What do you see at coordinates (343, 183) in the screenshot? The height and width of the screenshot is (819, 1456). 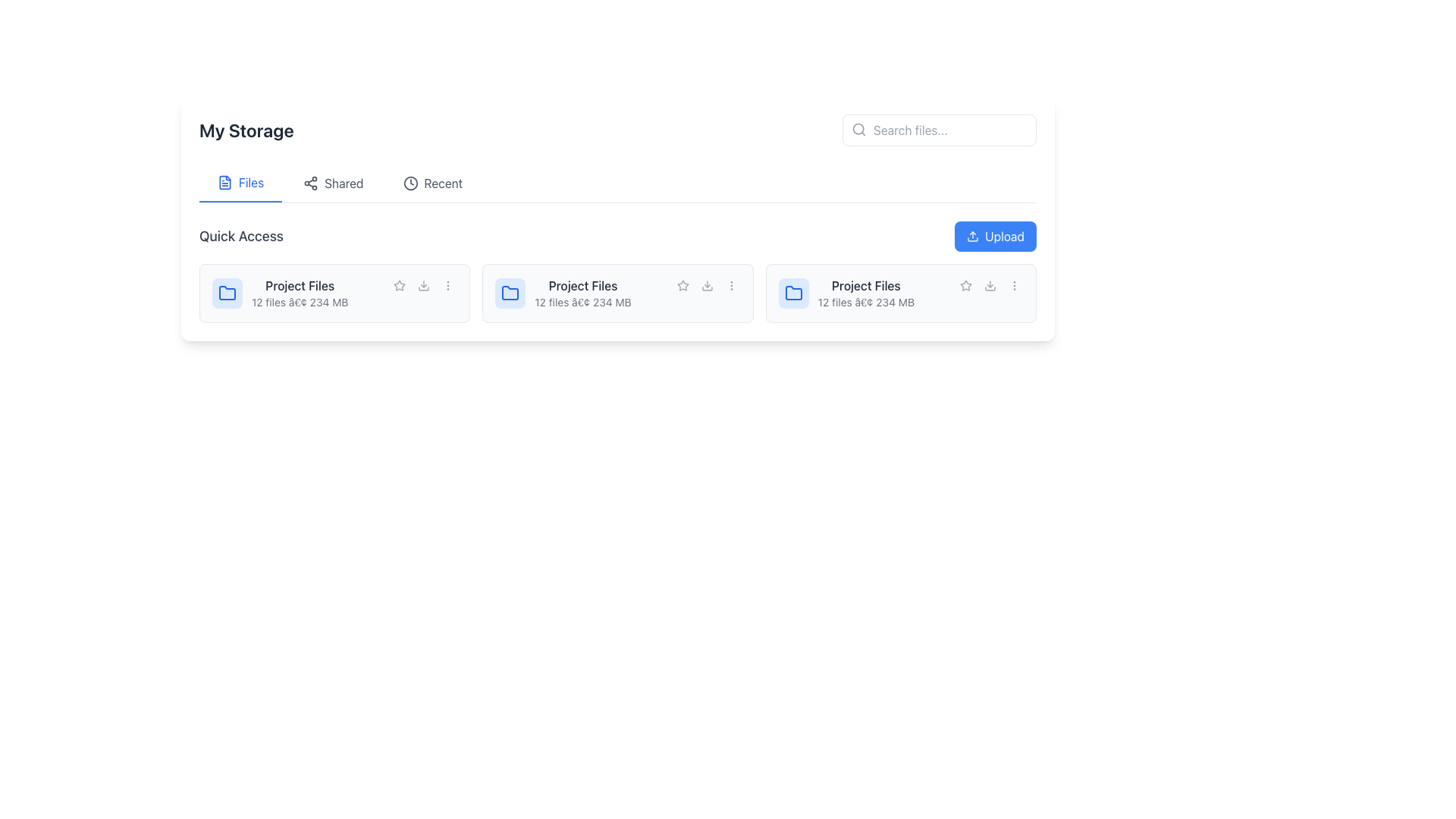 I see `the 'Shared' text label, which is the second element in the horizontal navigation bar located near the top-center of the interface` at bounding box center [343, 183].